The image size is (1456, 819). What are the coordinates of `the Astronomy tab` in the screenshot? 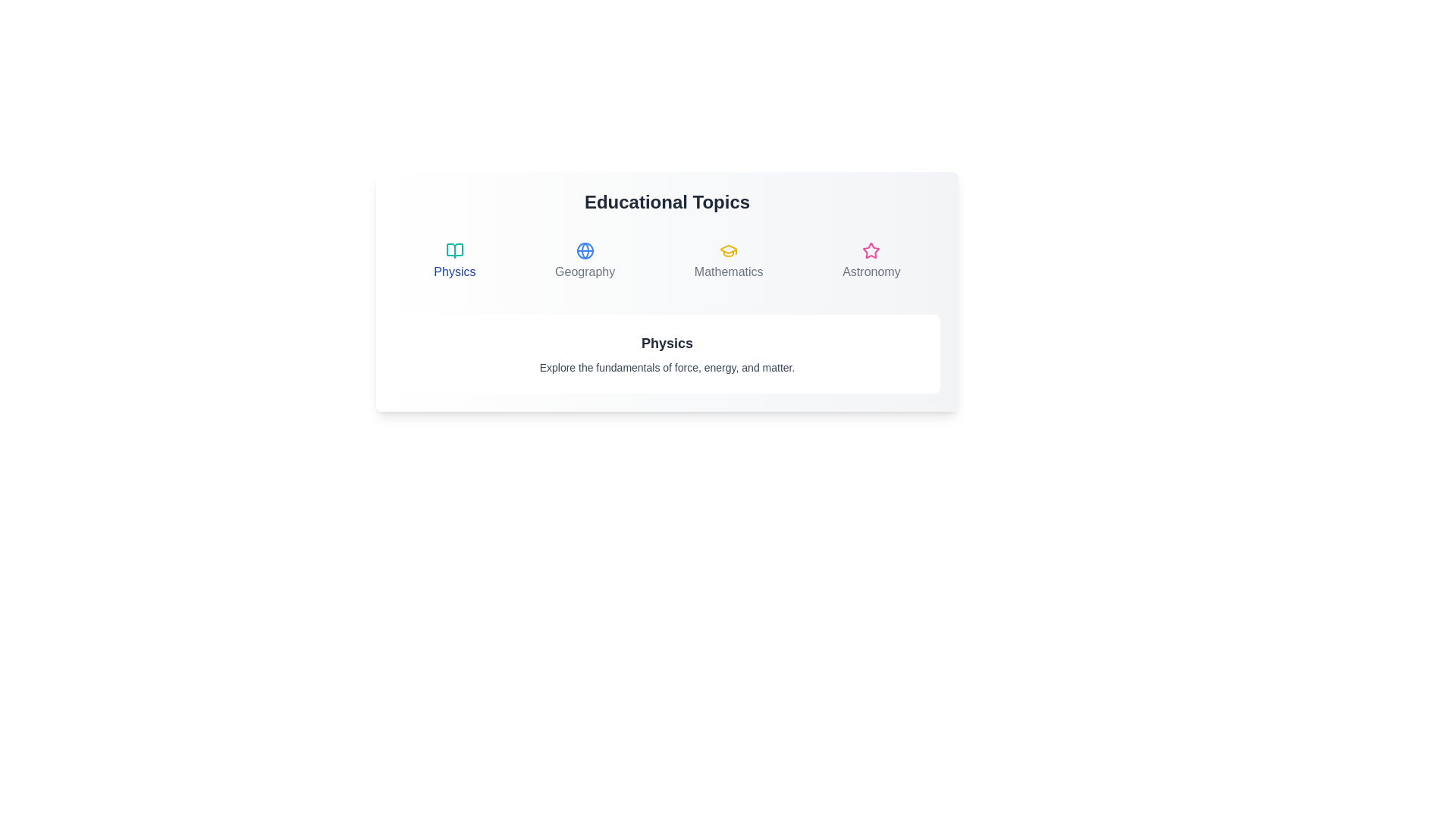 It's located at (871, 260).